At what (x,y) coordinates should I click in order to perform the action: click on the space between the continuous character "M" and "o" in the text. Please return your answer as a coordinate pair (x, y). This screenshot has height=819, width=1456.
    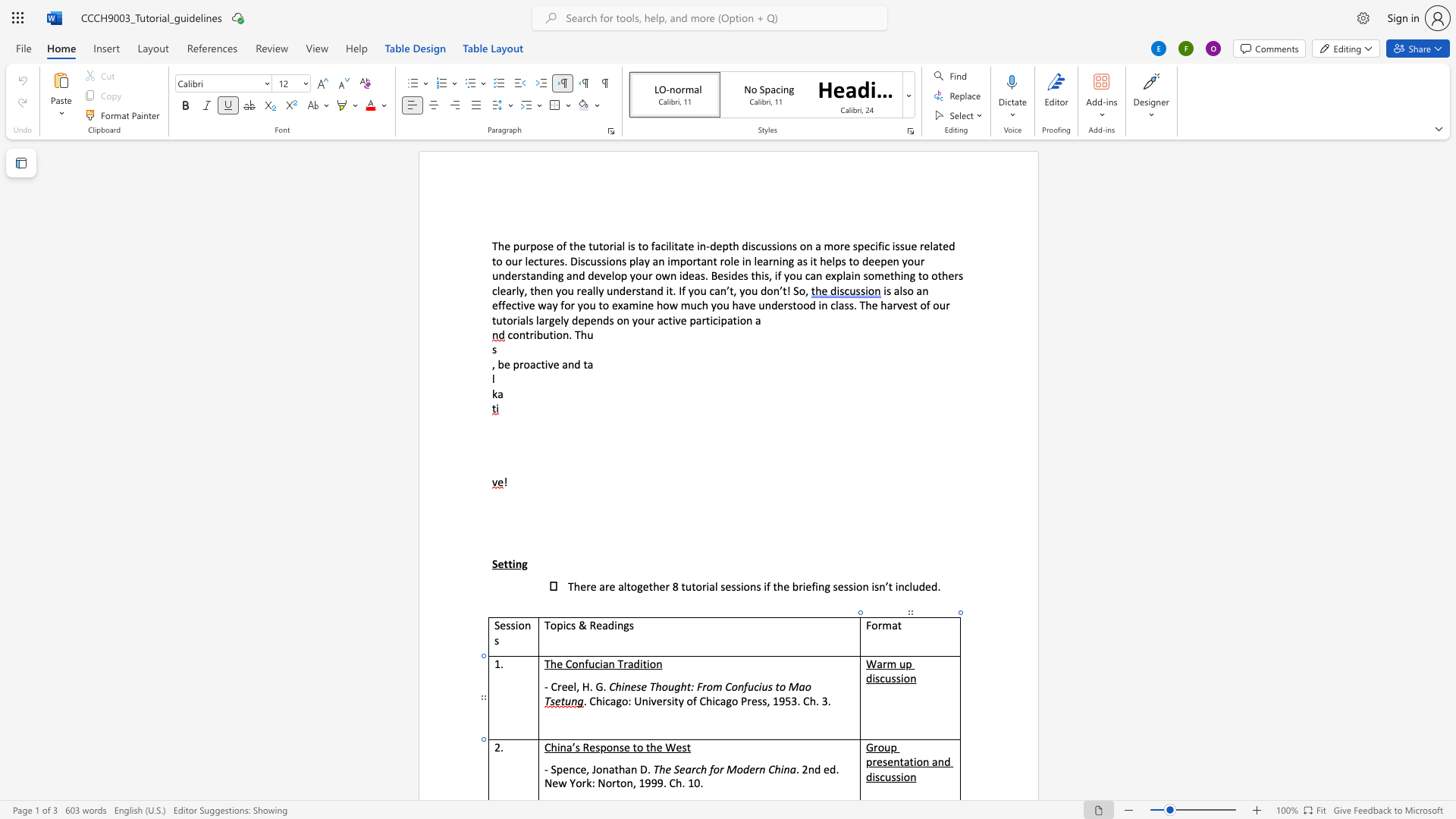
    Looking at the image, I should click on (736, 769).